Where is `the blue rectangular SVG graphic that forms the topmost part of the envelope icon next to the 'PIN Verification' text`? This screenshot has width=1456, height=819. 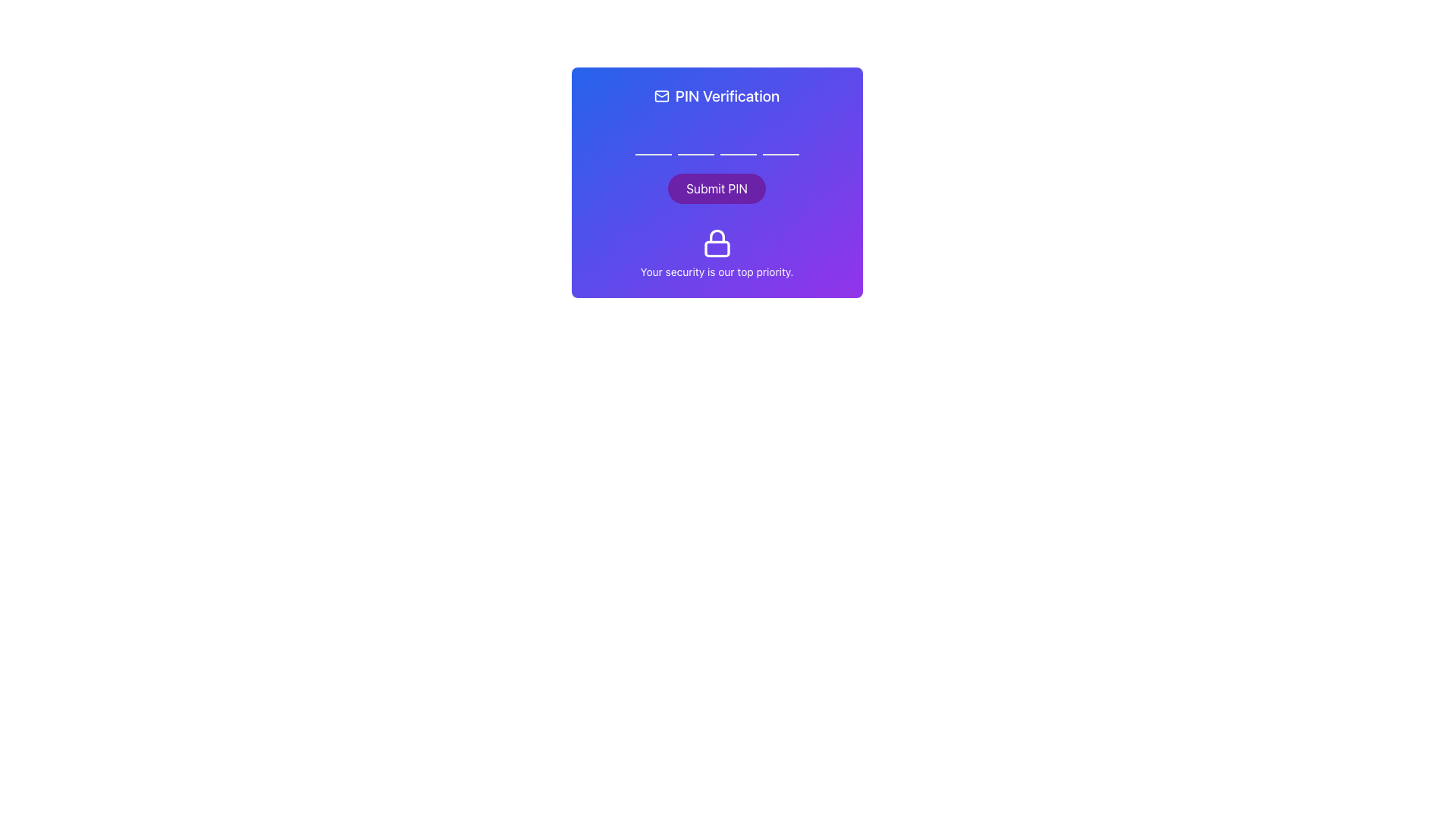 the blue rectangular SVG graphic that forms the topmost part of the envelope icon next to the 'PIN Verification' text is located at coordinates (661, 96).